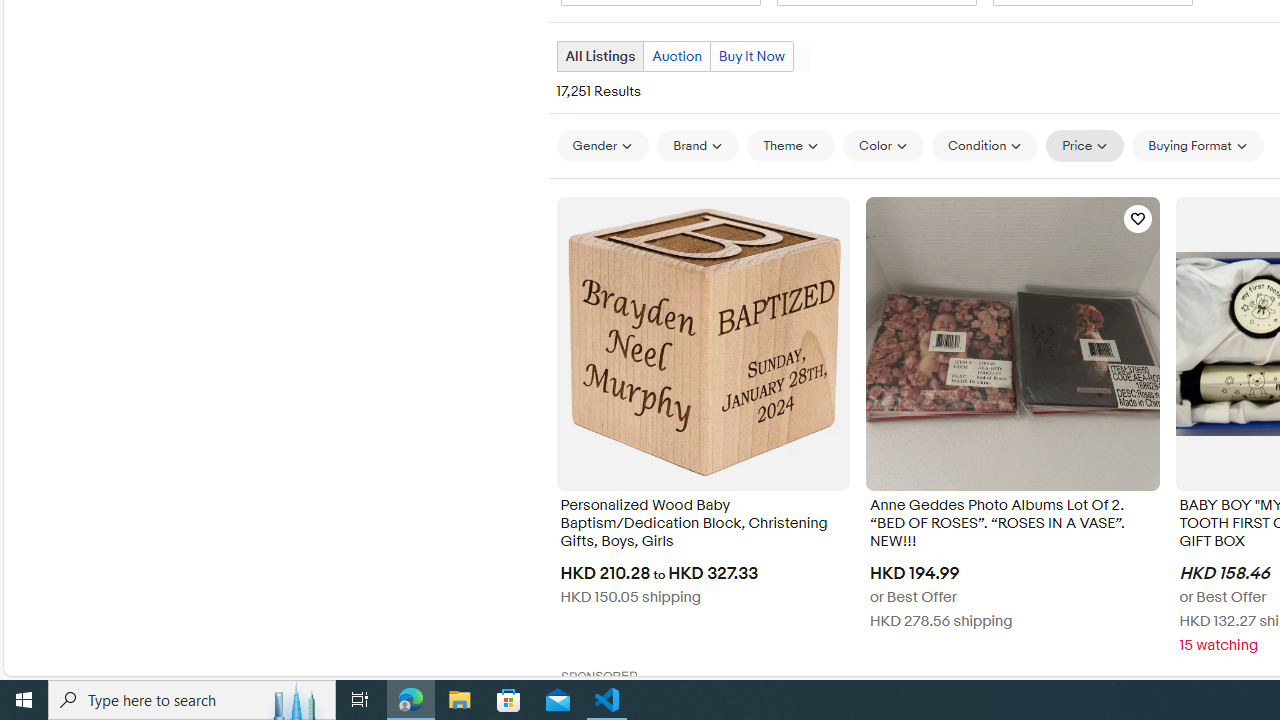 The image size is (1280, 720). Describe the element at coordinates (882, 144) in the screenshot. I see `'Color'` at that location.